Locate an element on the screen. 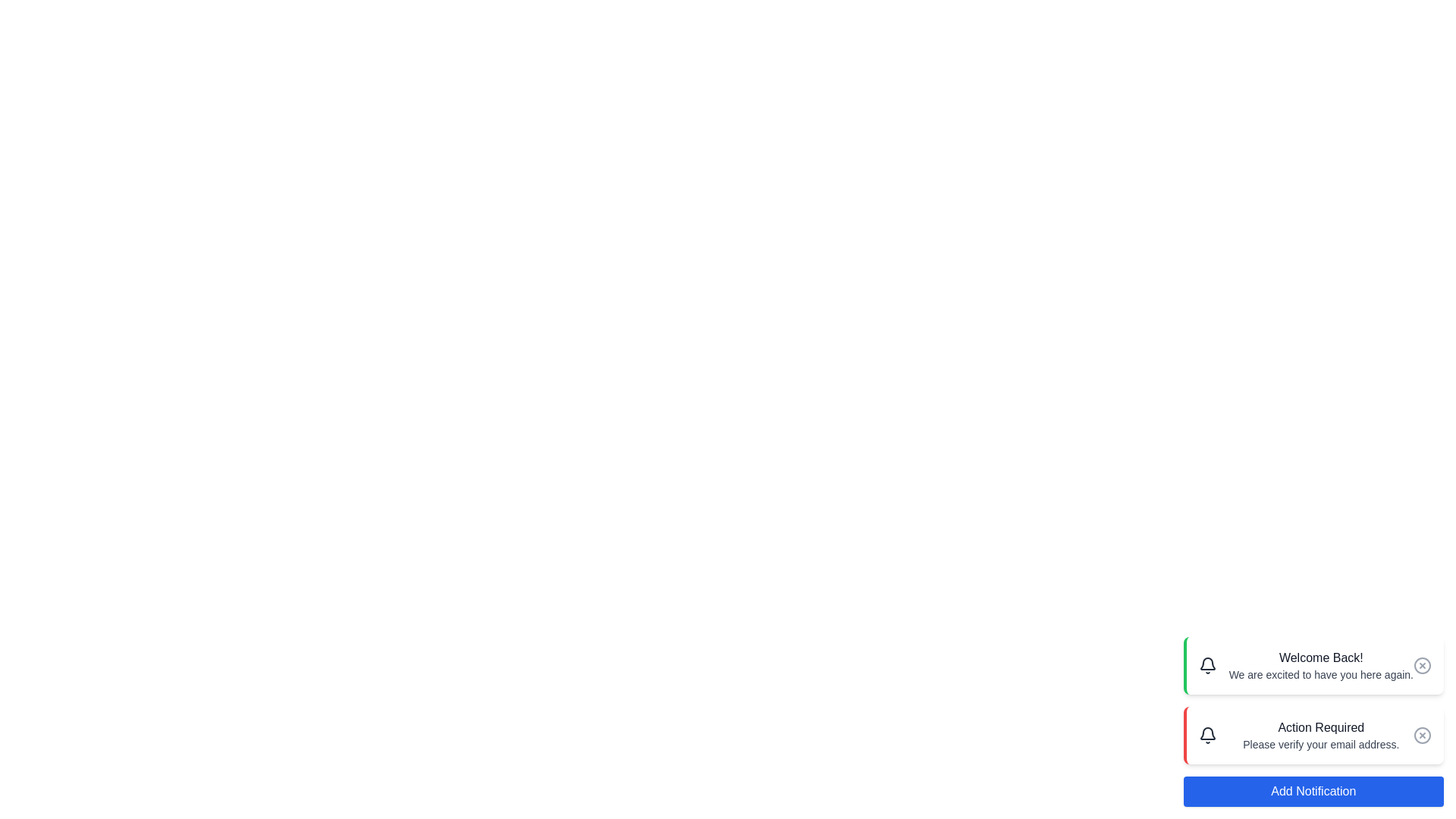  the close button of the notification titled 'Action Required' is located at coordinates (1422, 734).